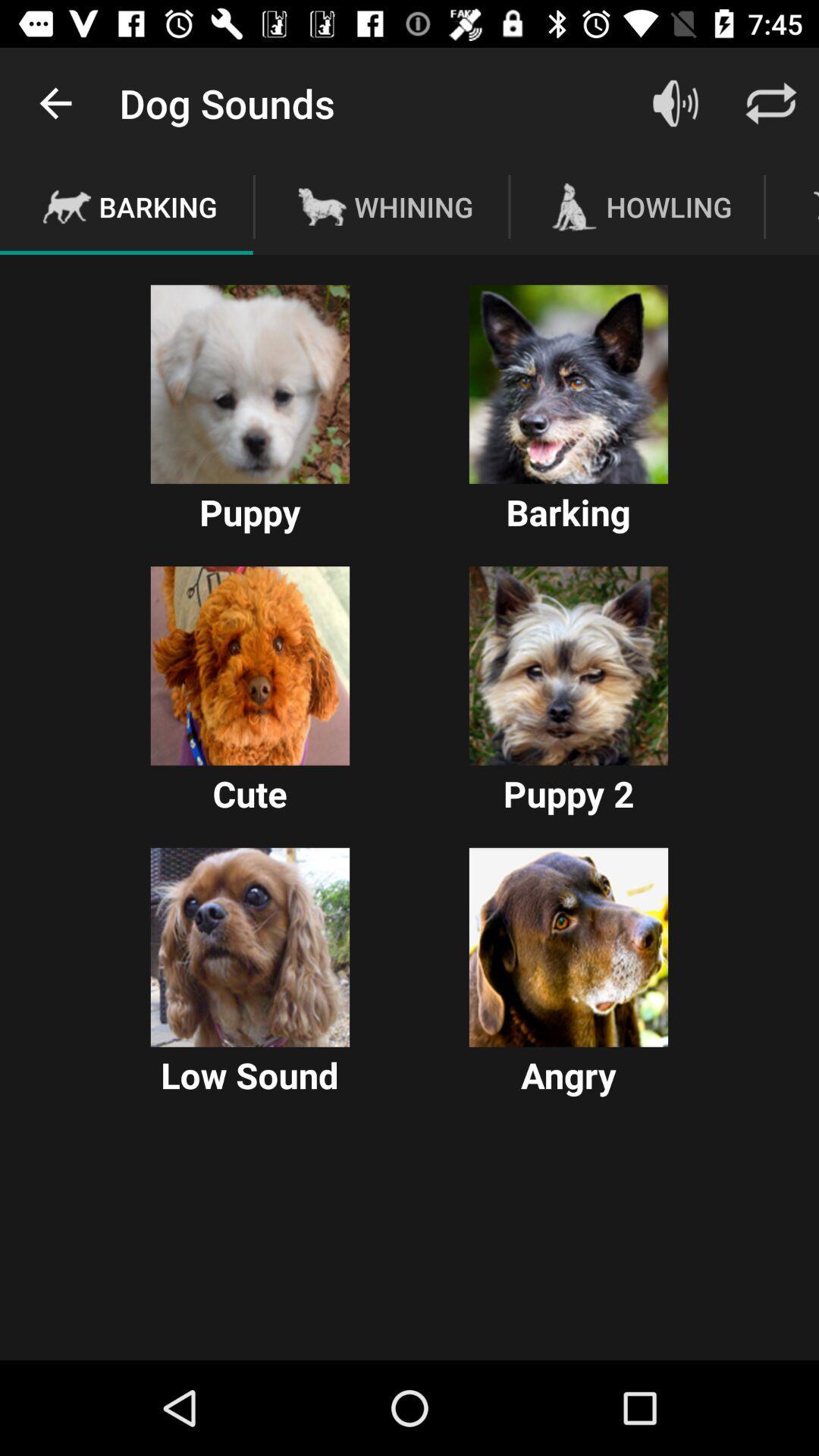 The width and height of the screenshot is (819, 1456). I want to click on choose puppy bark, so click(249, 384).